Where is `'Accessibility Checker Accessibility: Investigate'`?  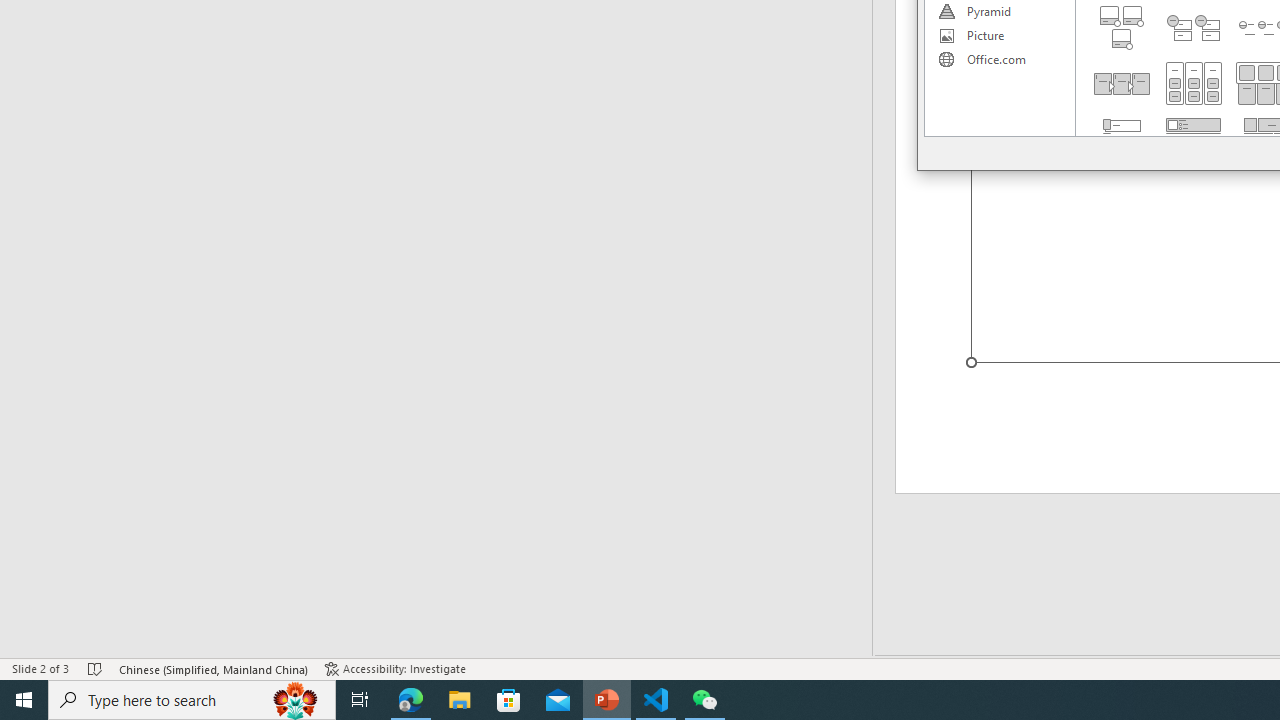 'Accessibility Checker Accessibility: Investigate' is located at coordinates (395, 669).